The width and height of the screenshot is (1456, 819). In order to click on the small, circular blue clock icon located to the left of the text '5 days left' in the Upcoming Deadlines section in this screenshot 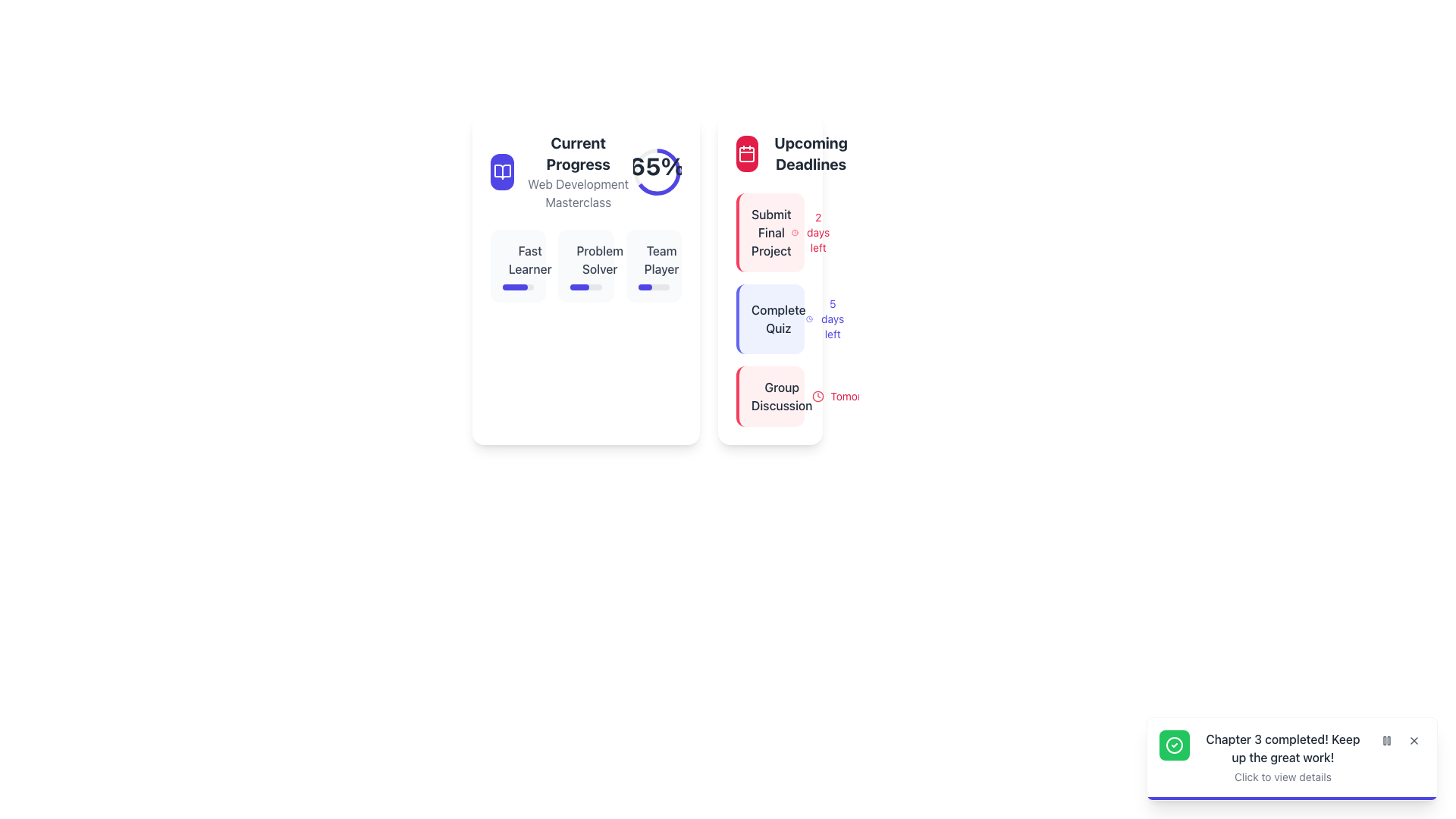, I will do `click(808, 318)`.